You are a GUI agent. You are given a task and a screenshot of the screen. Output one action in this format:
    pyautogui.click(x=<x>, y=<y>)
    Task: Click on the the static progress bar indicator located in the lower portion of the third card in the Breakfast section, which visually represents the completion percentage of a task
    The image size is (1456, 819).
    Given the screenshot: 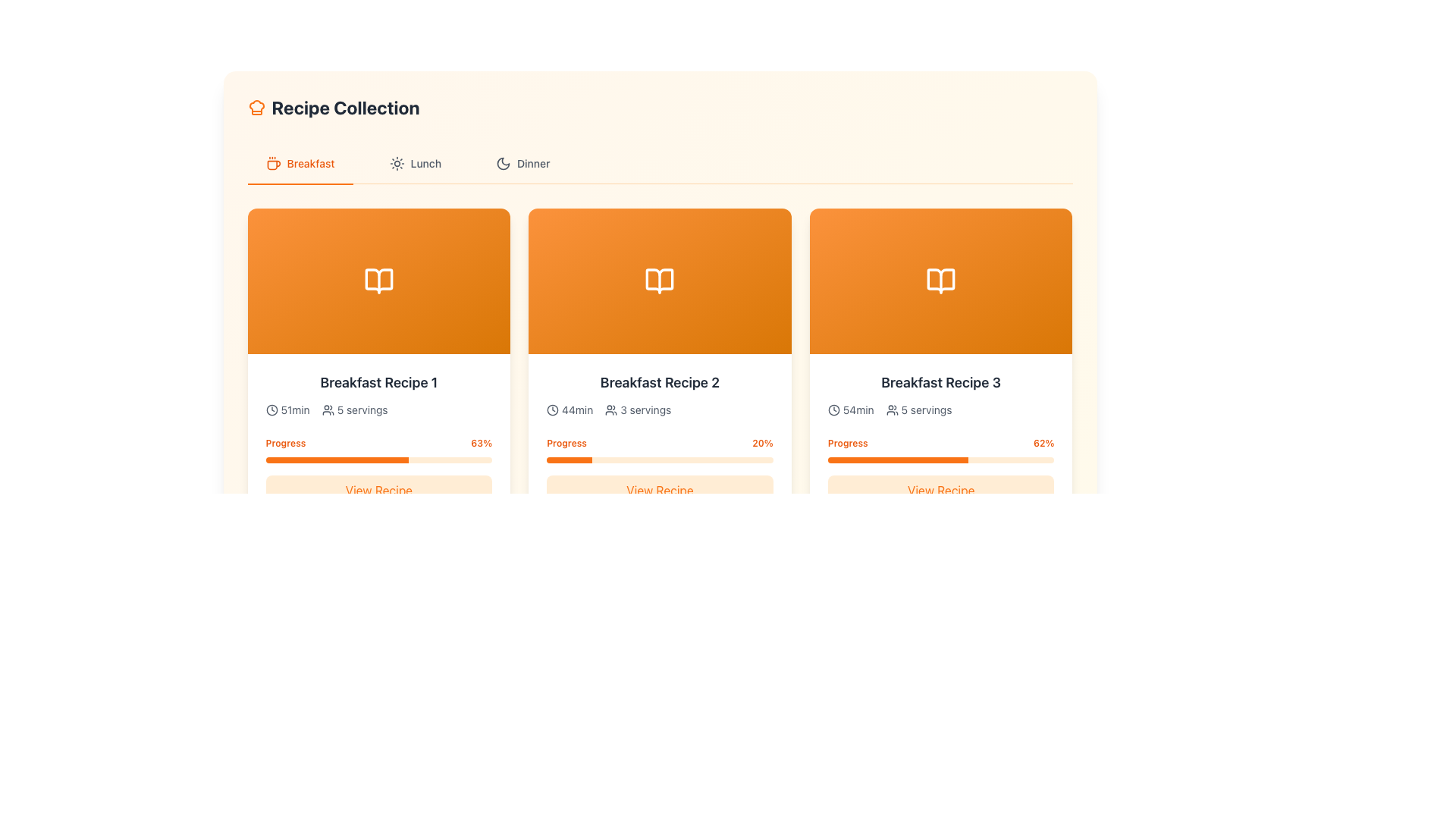 What is the action you would take?
    pyautogui.click(x=898, y=459)
    